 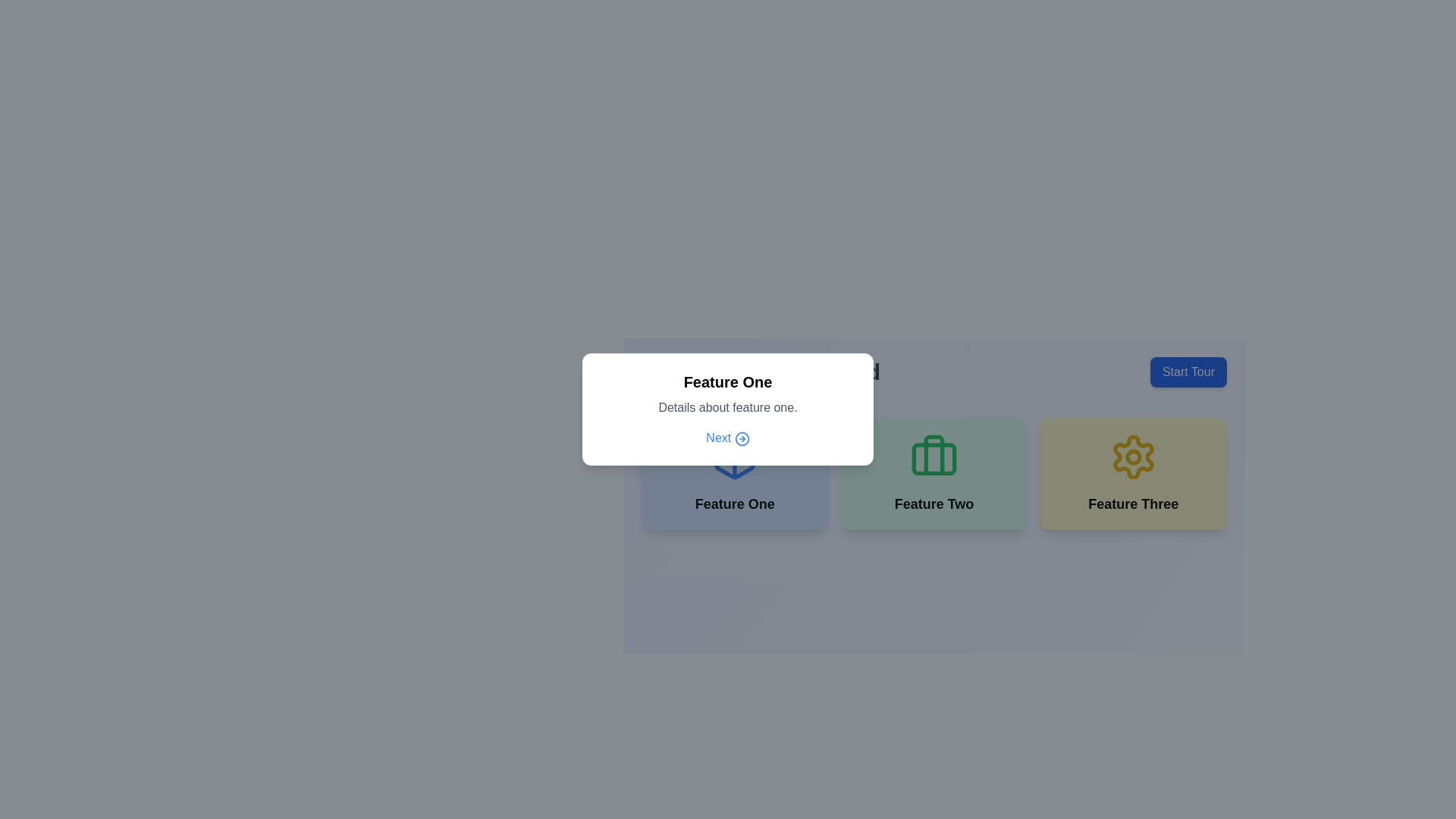 What do you see at coordinates (1188, 372) in the screenshot?
I see `the blue 'Start Tour' button with white text` at bounding box center [1188, 372].